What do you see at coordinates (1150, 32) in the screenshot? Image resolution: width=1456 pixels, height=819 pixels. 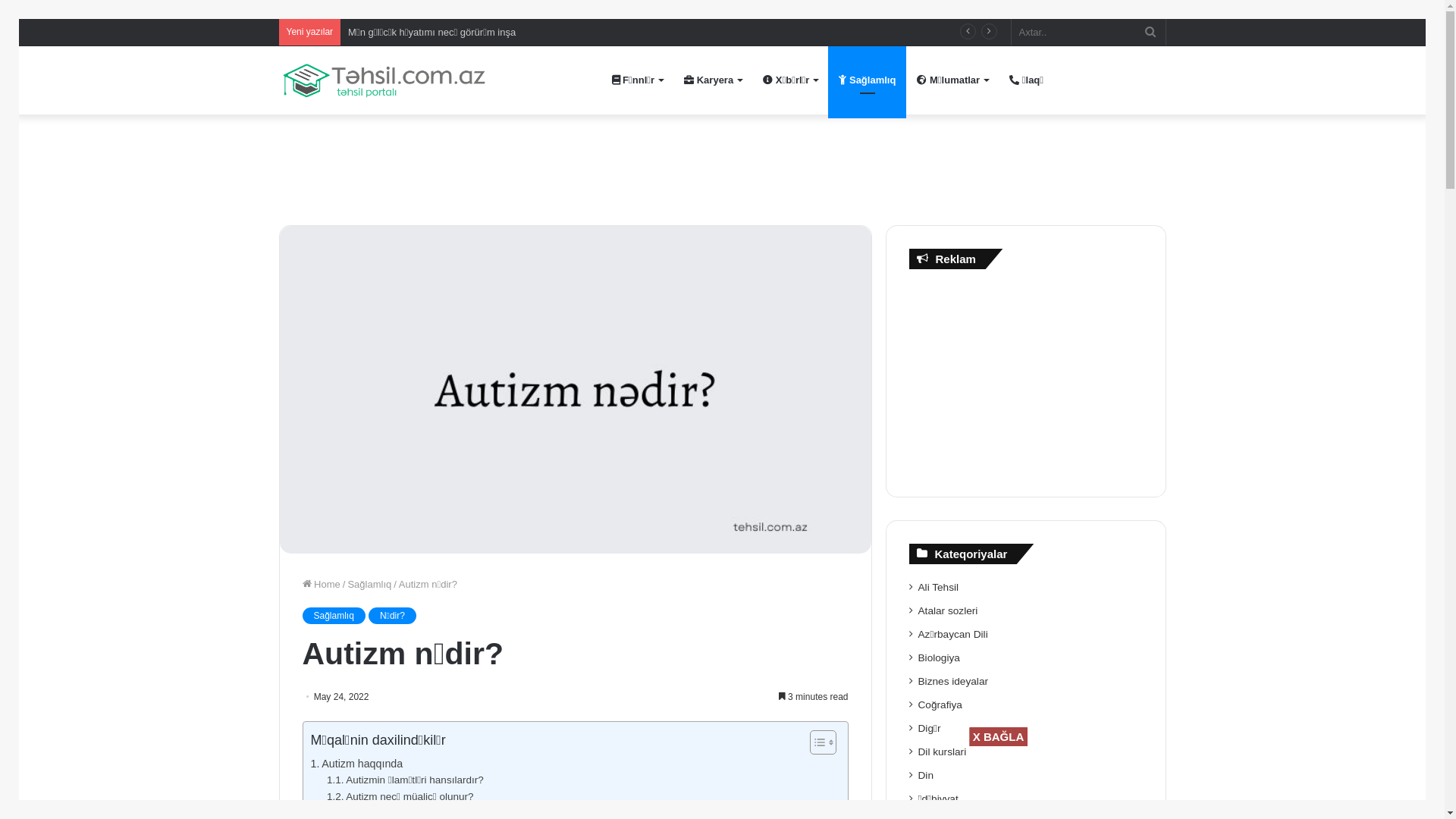 I see `'Axtar..'` at bounding box center [1150, 32].